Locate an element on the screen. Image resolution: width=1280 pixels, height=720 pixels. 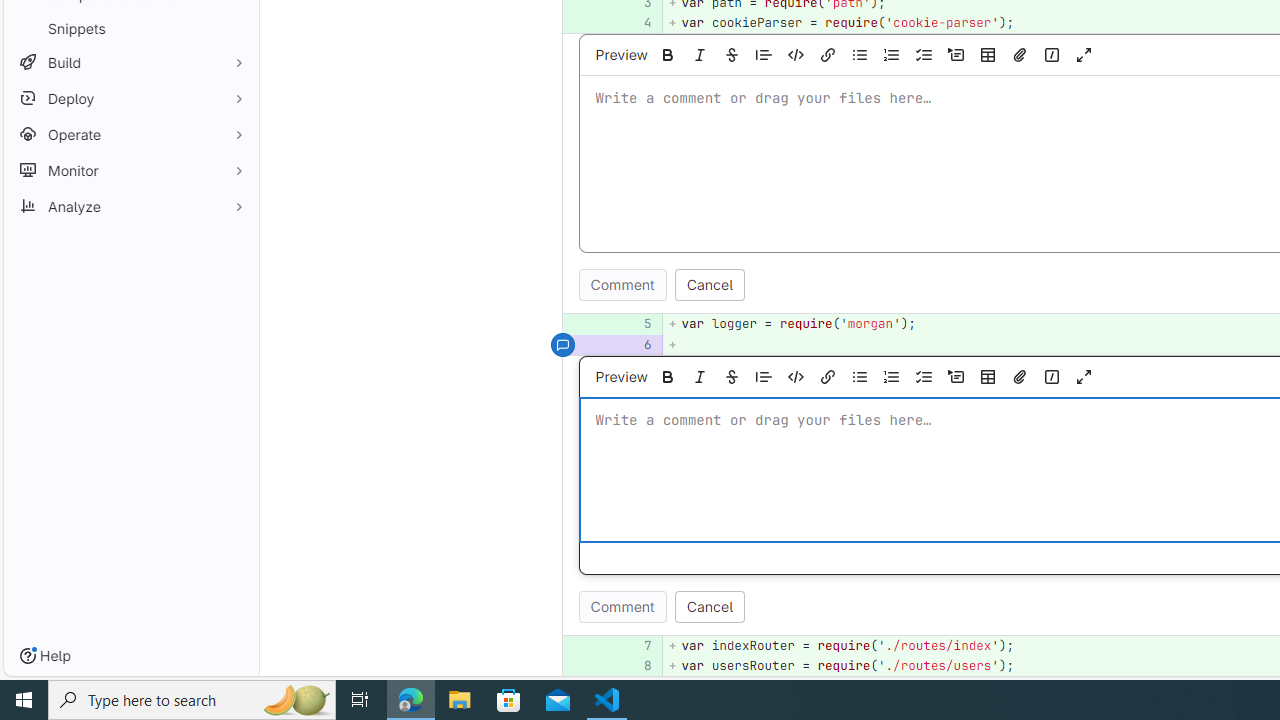
'4' is located at coordinates (636, 23).